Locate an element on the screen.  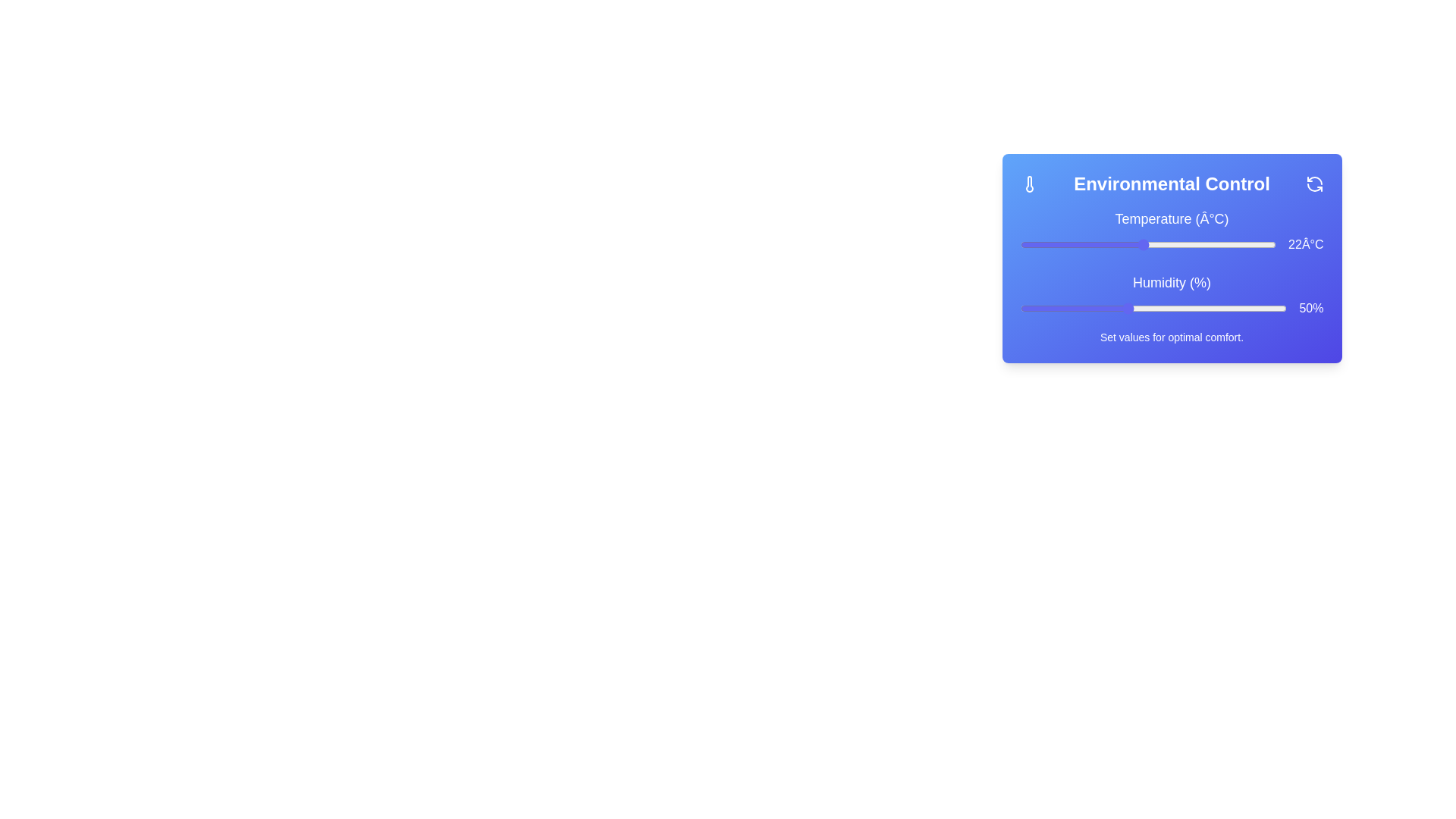
the humidity slider to set the humidity to 30% is located at coordinates (1020, 308).